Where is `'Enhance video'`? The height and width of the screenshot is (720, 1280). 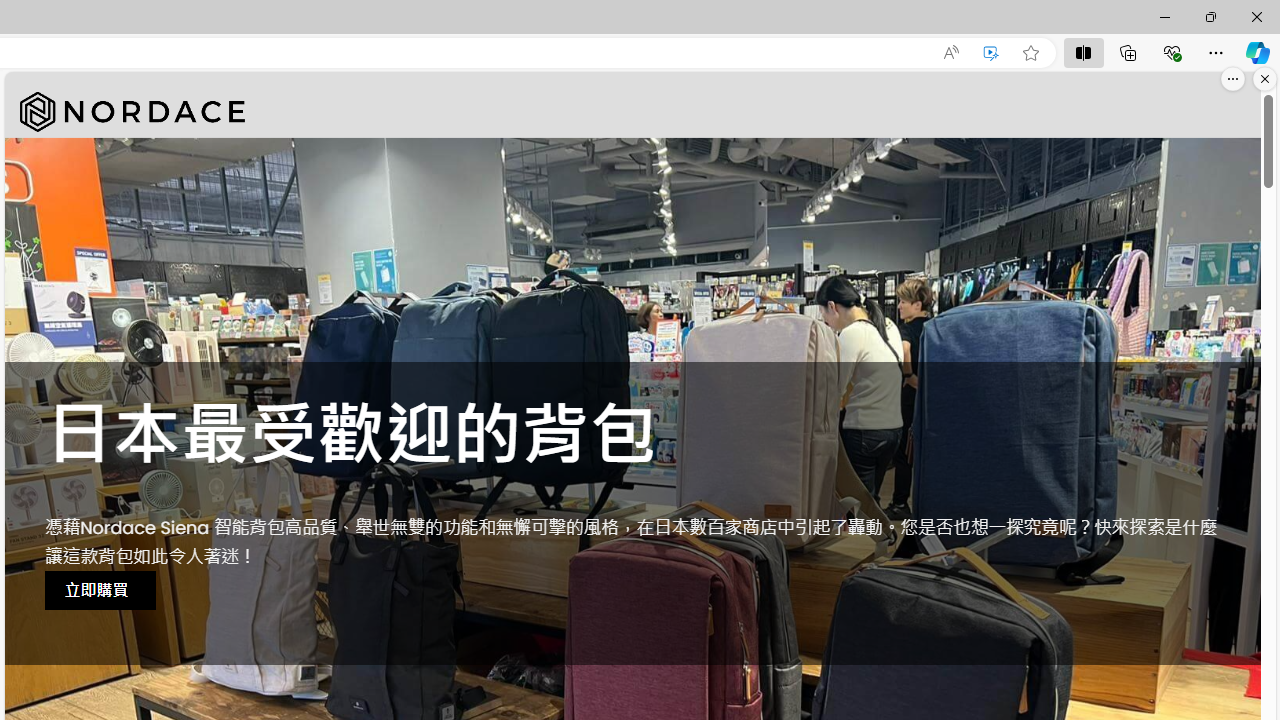 'Enhance video' is located at coordinates (991, 52).